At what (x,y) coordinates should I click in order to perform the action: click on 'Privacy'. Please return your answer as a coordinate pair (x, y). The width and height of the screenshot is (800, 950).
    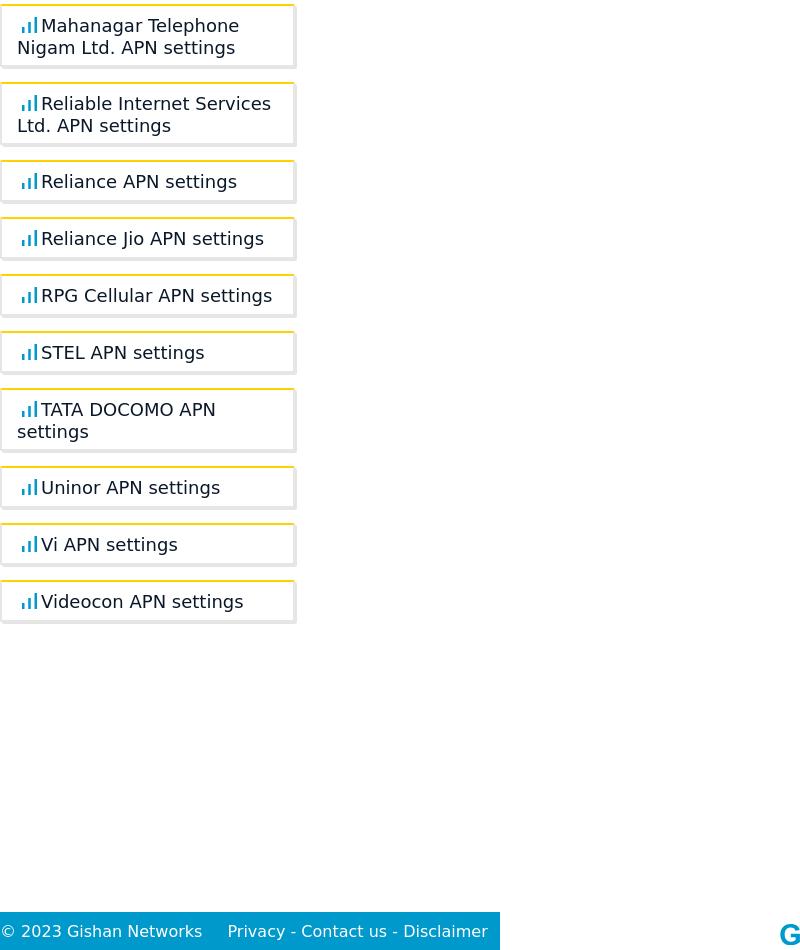
    Looking at the image, I should click on (255, 930).